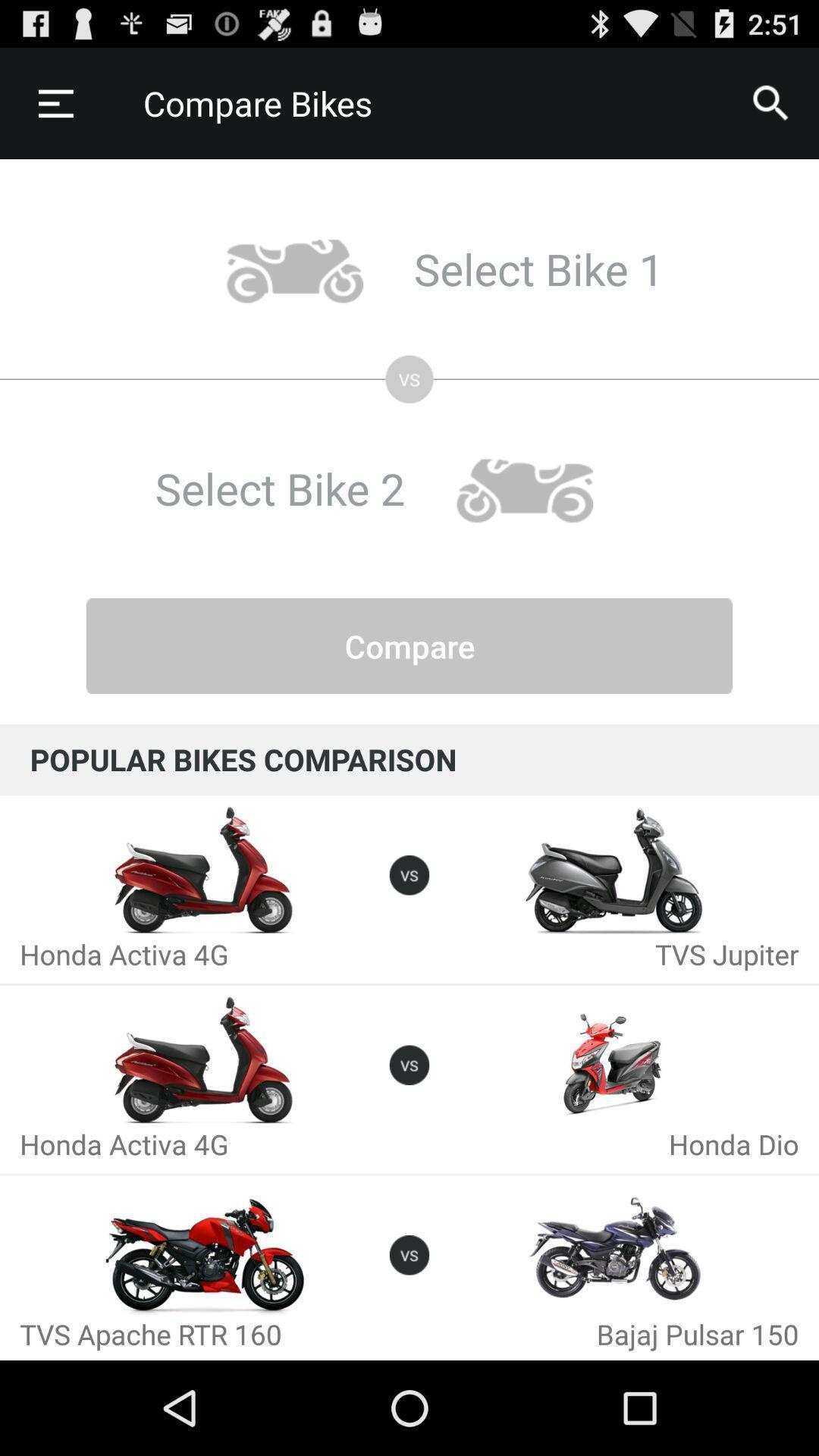  I want to click on icon to the right of the compare bikes, so click(771, 102).